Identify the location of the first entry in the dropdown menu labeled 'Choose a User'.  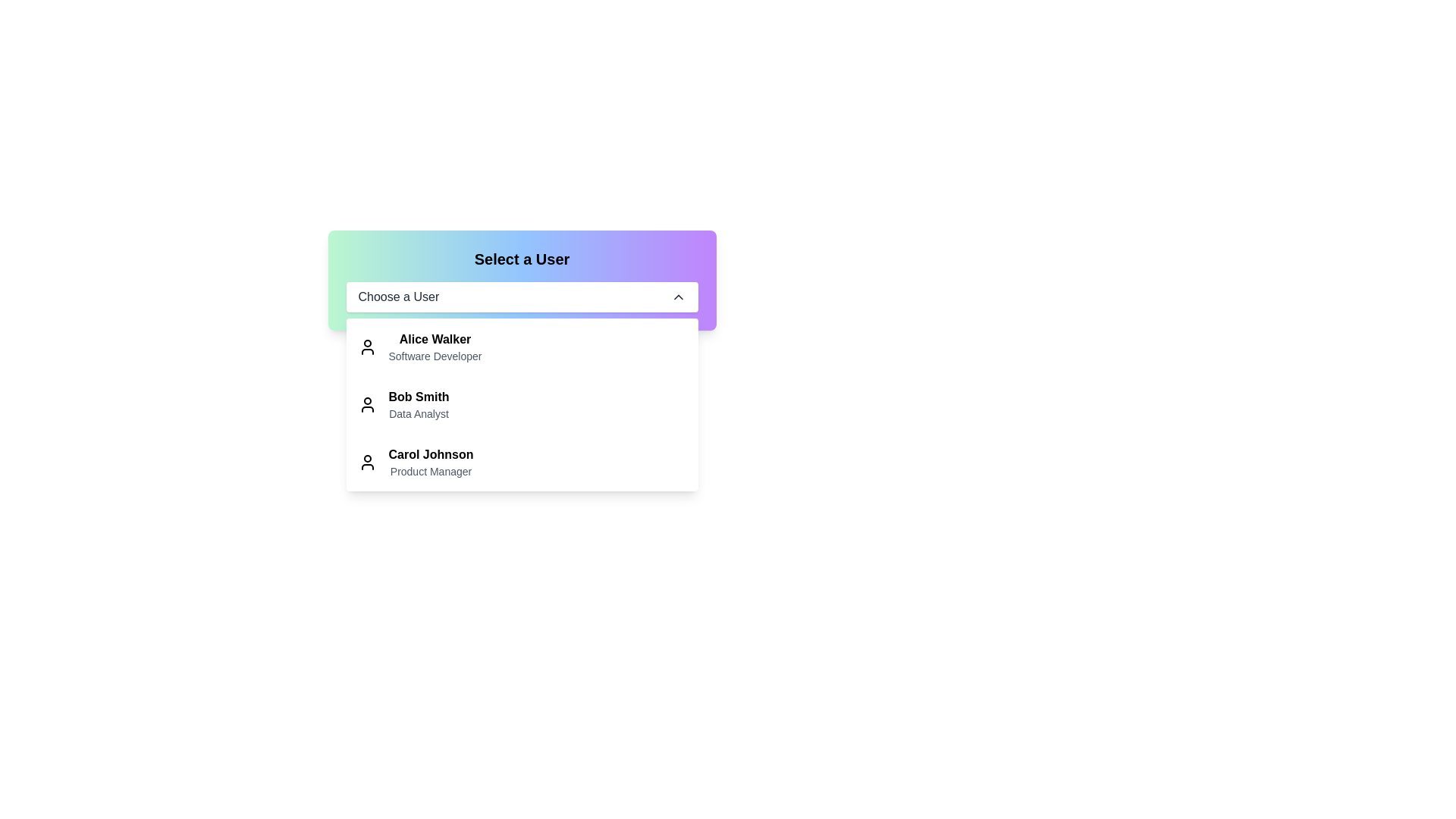
(434, 347).